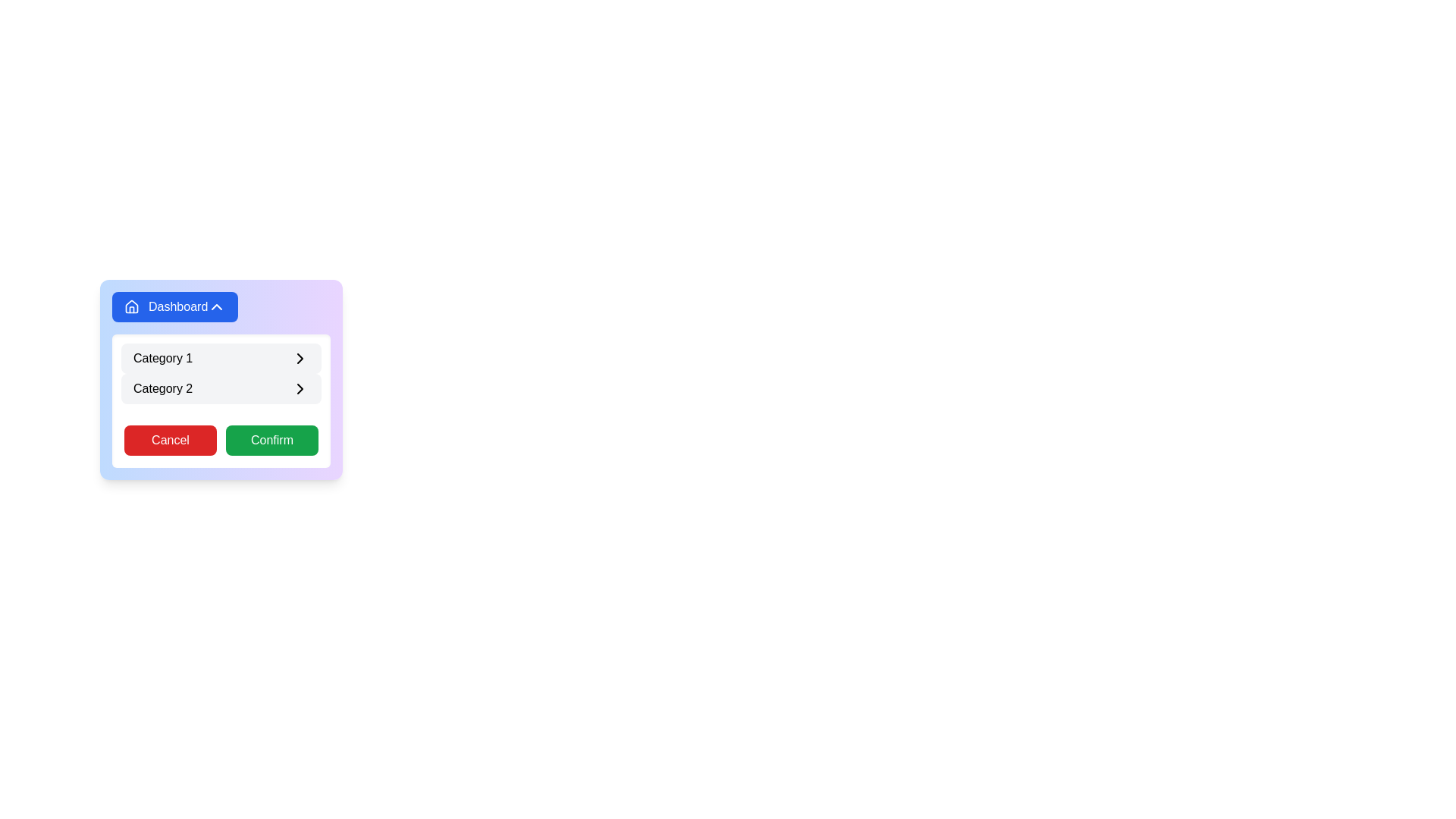 The width and height of the screenshot is (1456, 819). What do you see at coordinates (300, 359) in the screenshot?
I see `the Chevron Arrow icon` at bounding box center [300, 359].